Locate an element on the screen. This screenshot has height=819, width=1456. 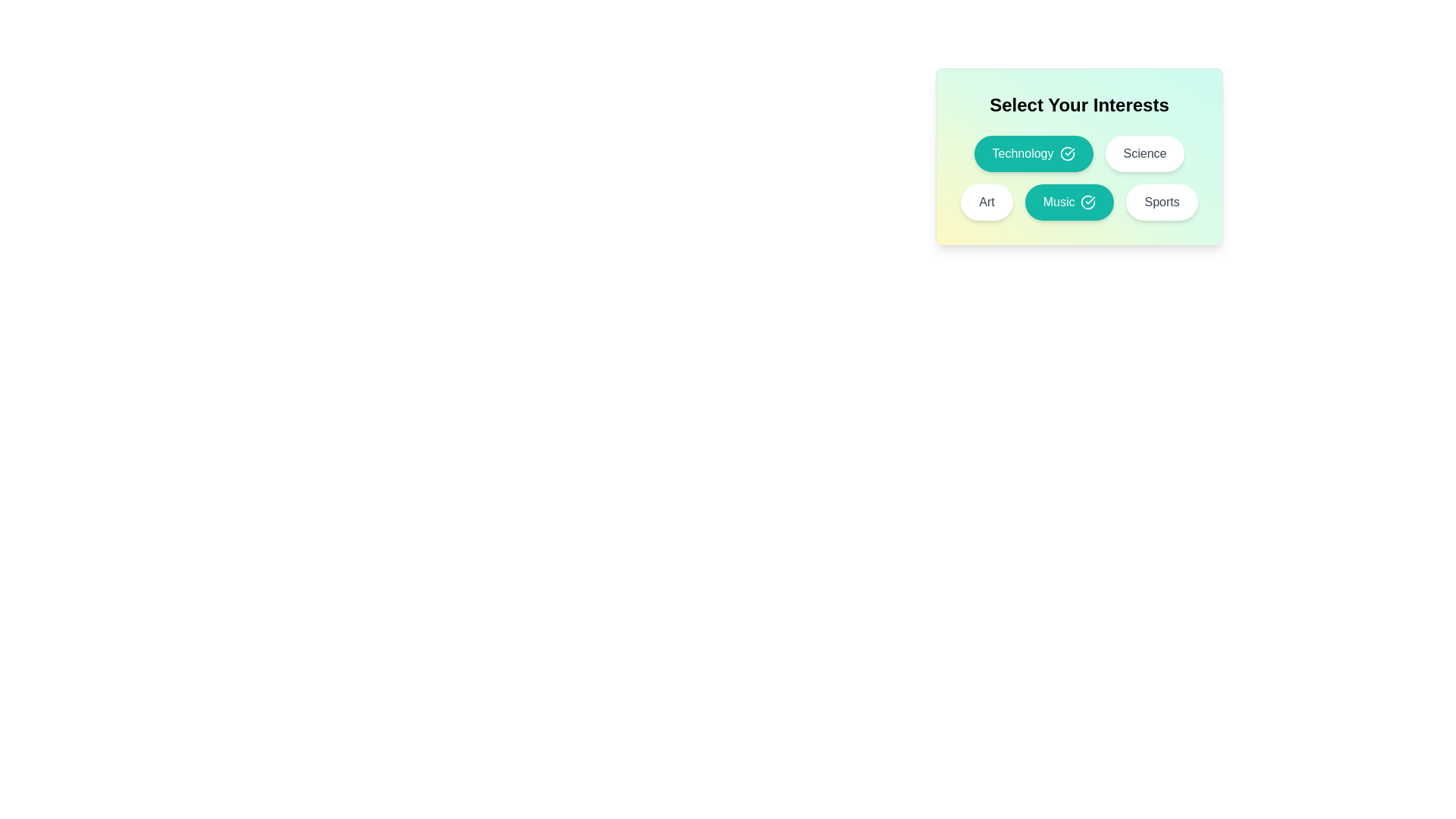
the interest tag labeled Science is located at coordinates (1144, 154).